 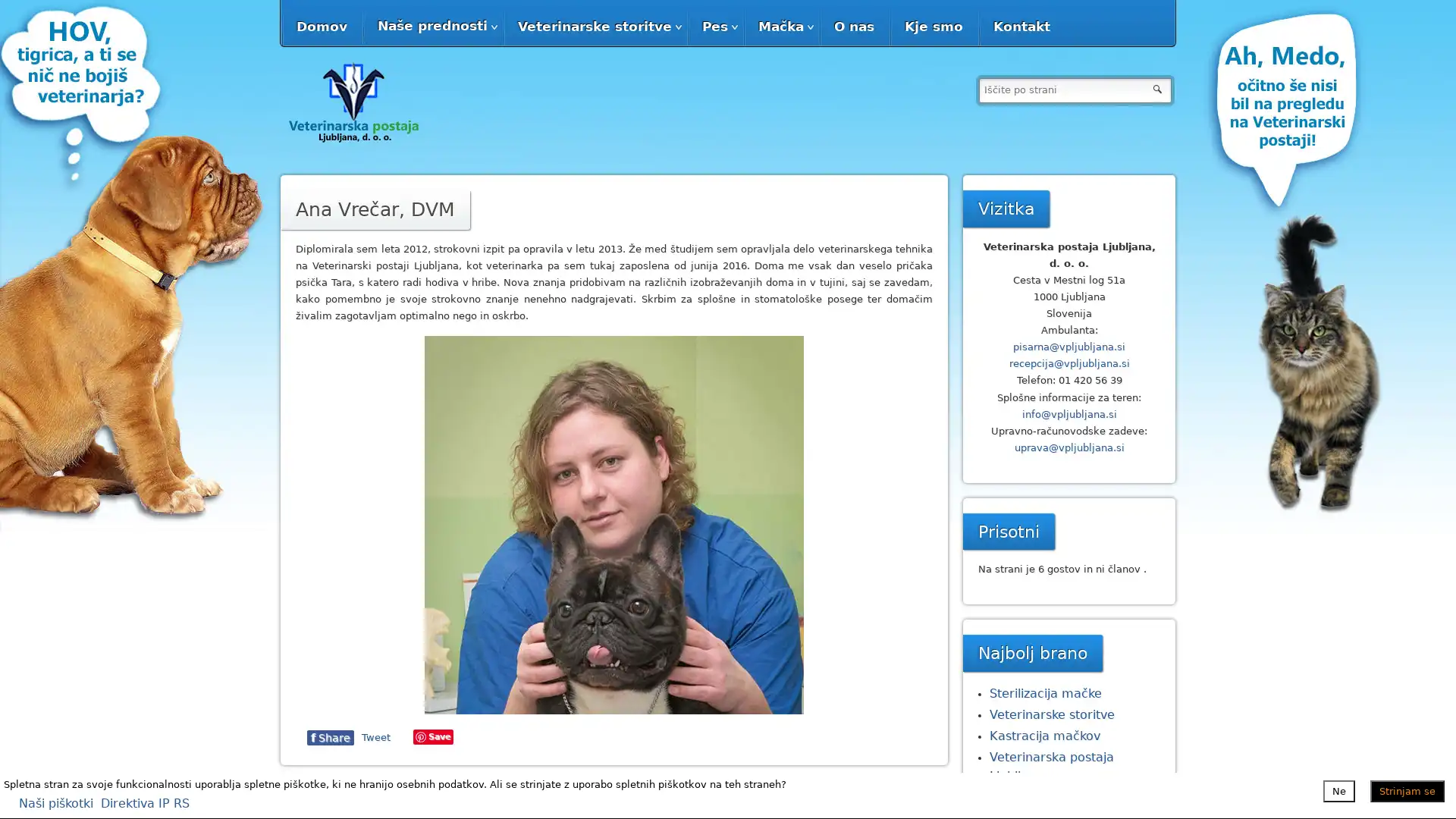 I want to click on Strinjam se, so click(x=1407, y=789).